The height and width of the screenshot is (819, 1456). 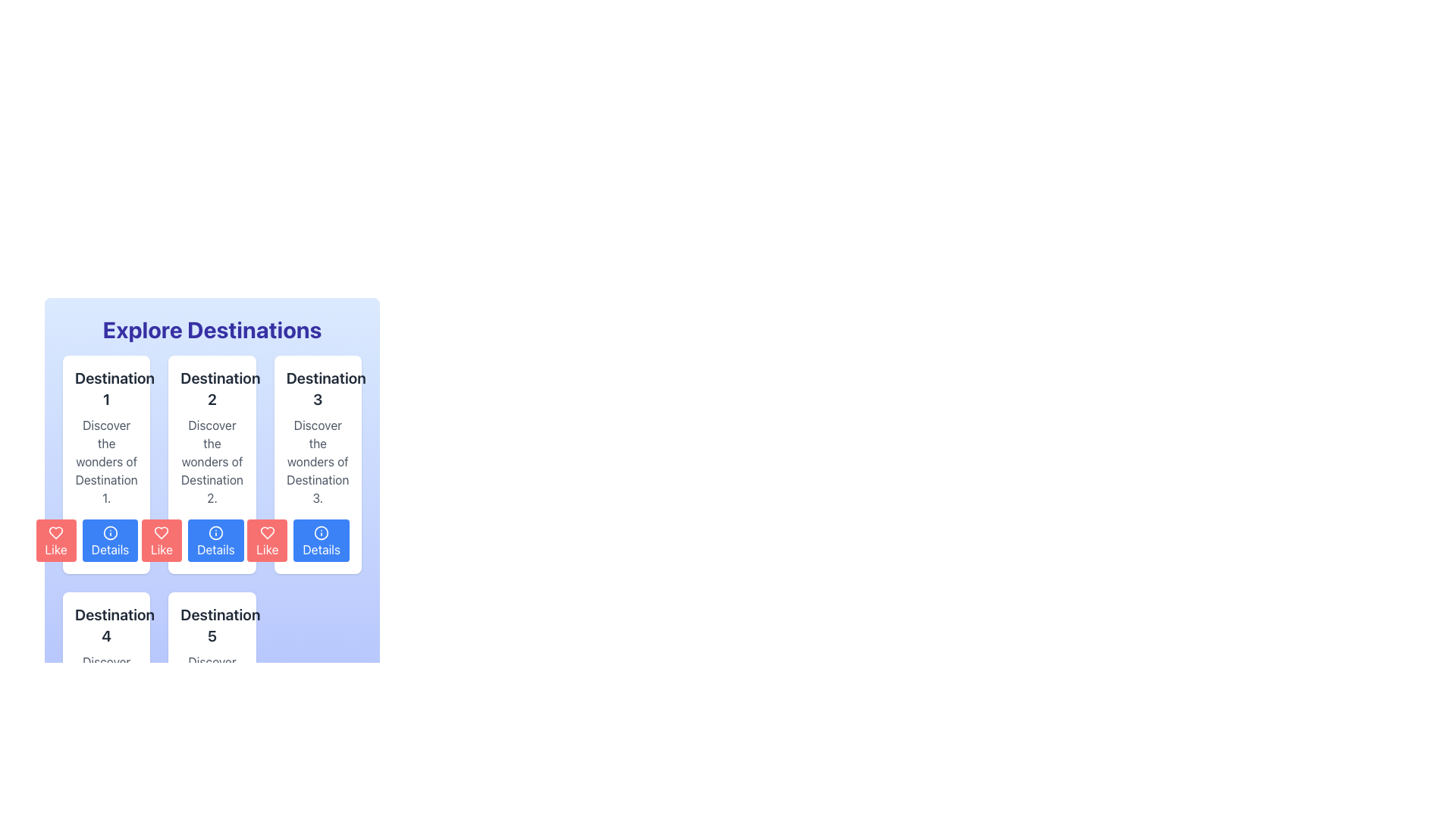 I want to click on the Text label that identifies 'Destination 3' located at the top of the white card in the grid layout under 'Explore Destinations', so click(x=317, y=388).